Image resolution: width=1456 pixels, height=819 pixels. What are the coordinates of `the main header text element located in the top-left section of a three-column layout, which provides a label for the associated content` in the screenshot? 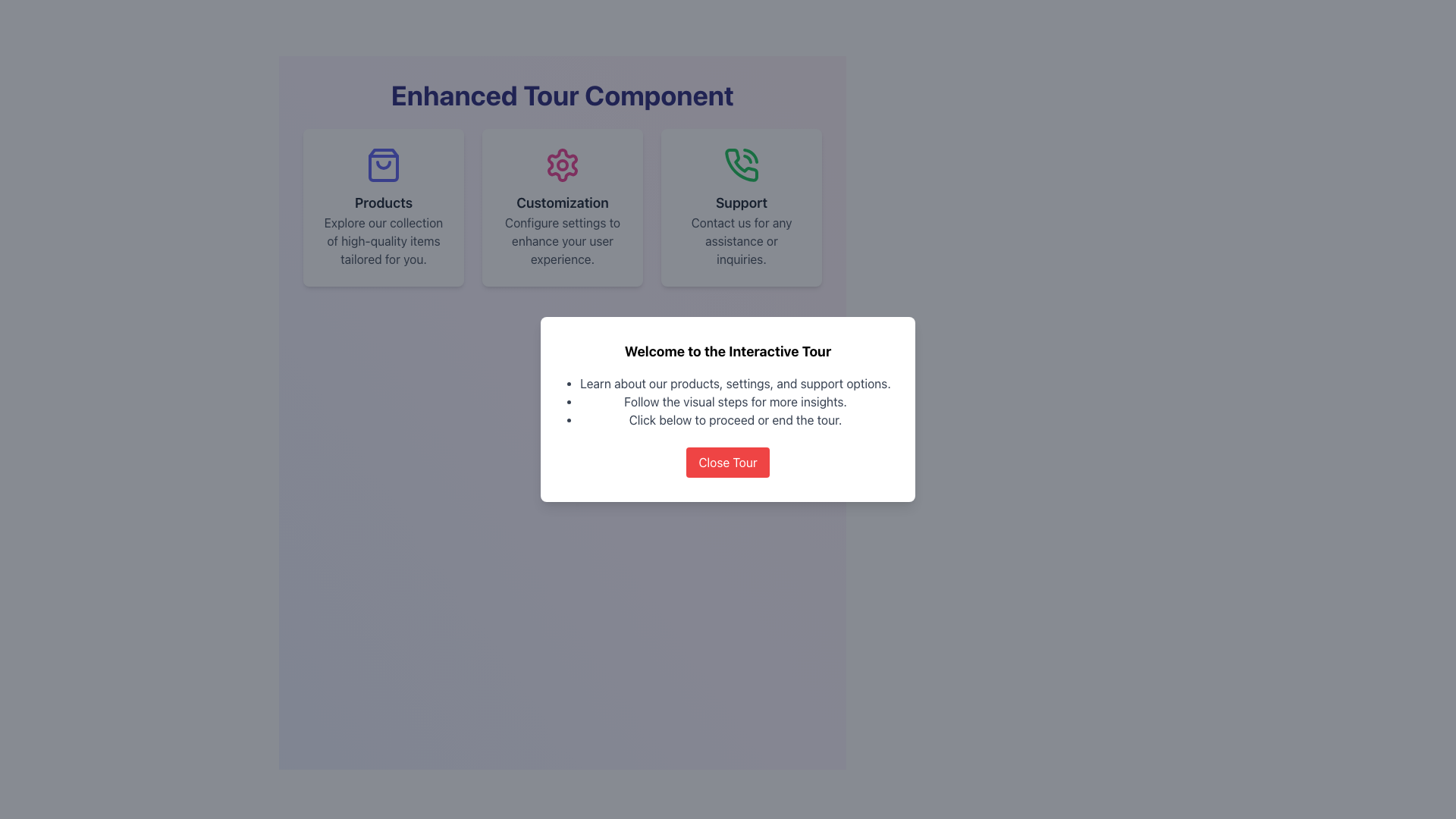 It's located at (383, 202).